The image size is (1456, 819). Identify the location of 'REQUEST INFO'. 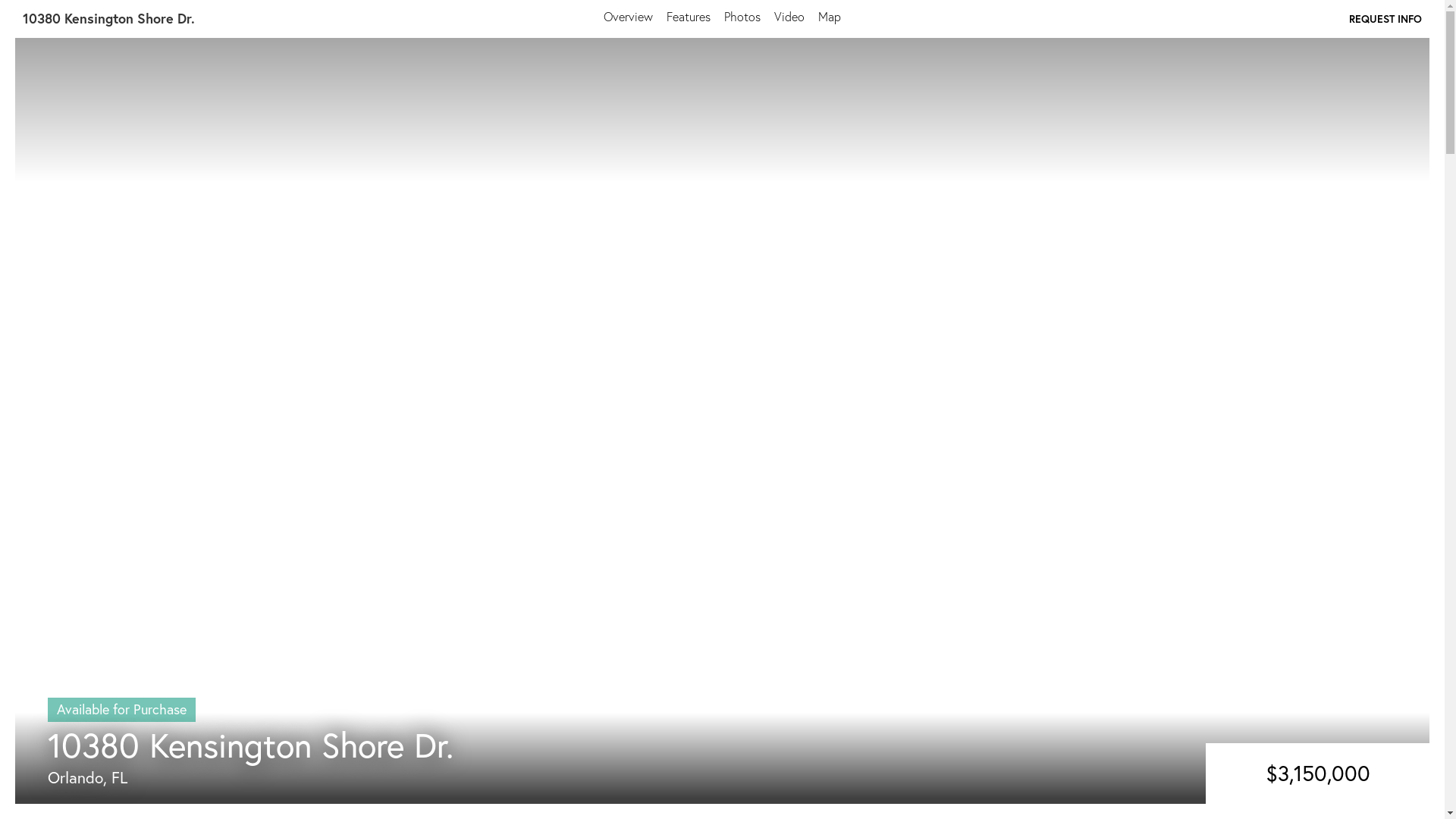
(1385, 18).